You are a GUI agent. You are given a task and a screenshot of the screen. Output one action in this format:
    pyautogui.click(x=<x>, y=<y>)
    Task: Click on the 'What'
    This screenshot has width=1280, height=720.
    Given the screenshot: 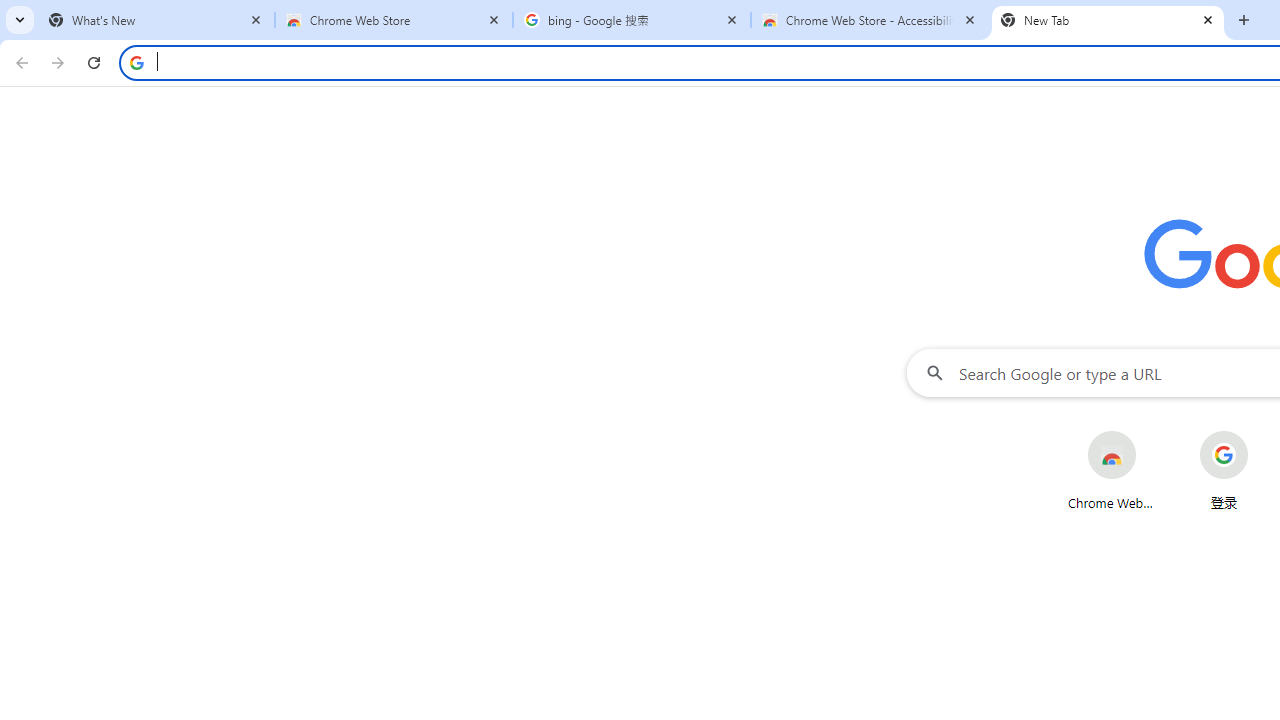 What is the action you would take?
    pyautogui.click(x=155, y=20)
    